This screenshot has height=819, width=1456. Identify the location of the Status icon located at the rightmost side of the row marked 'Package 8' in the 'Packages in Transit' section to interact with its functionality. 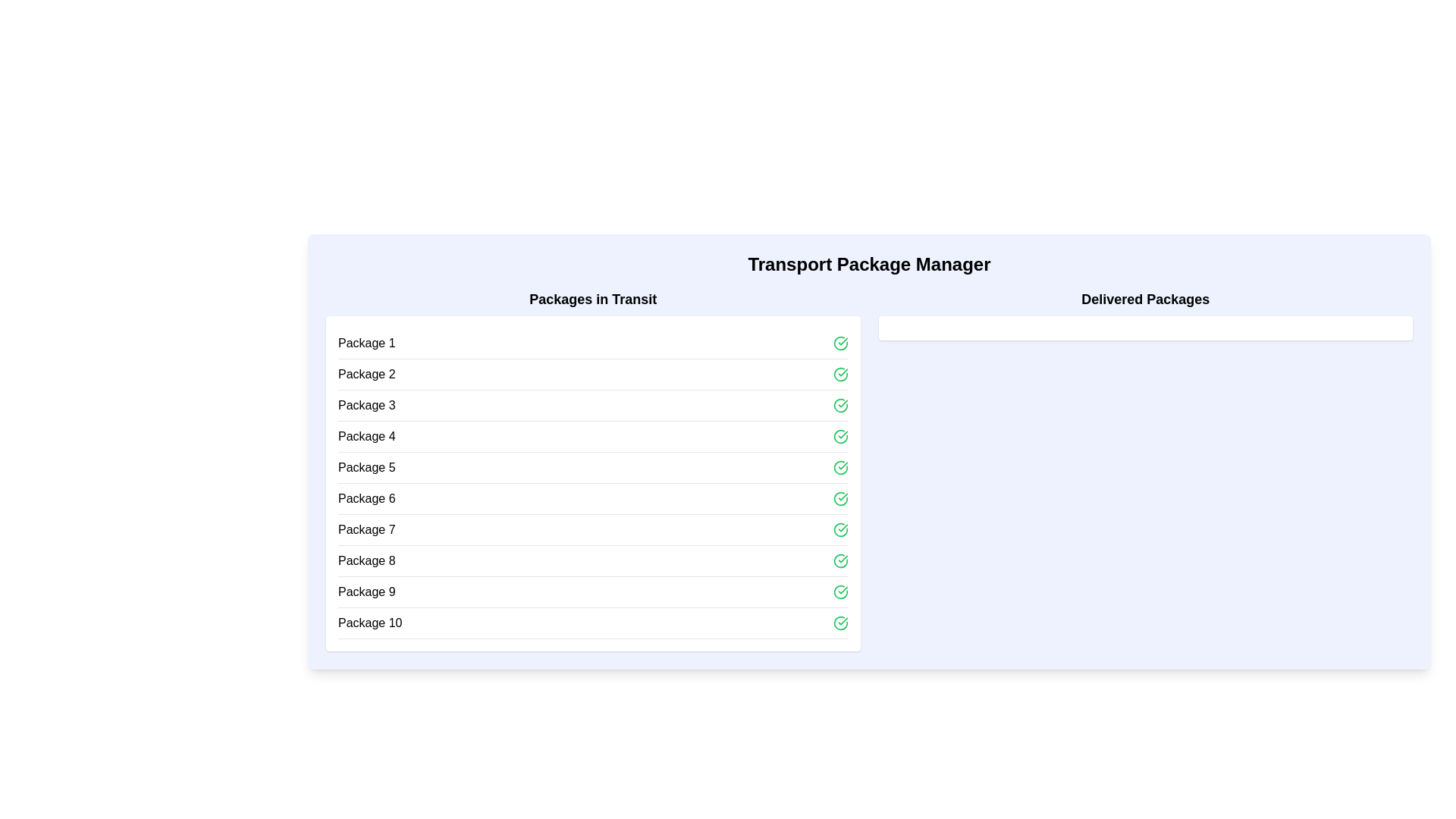
(839, 561).